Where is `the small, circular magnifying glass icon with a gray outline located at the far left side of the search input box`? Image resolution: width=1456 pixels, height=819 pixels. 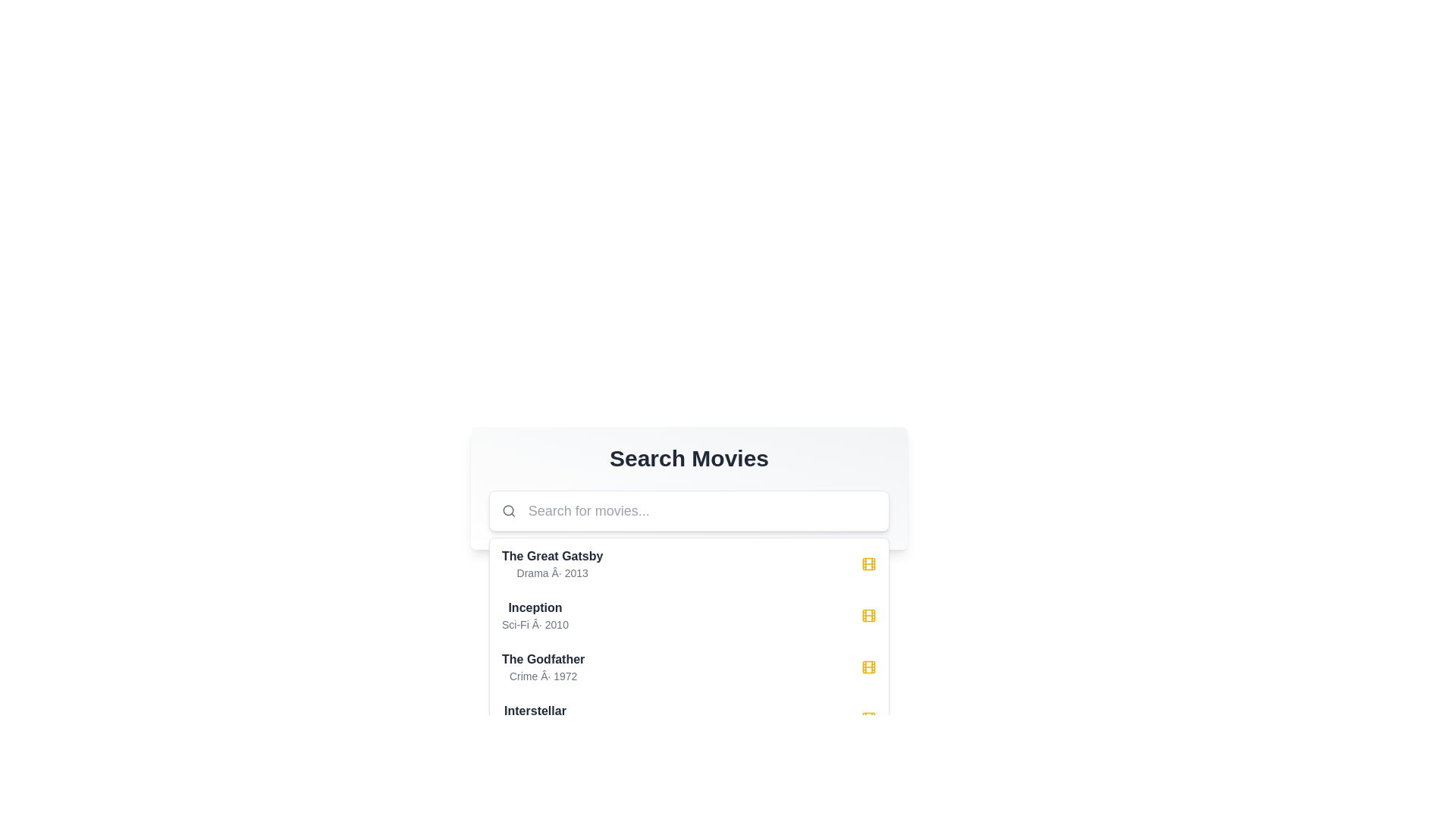
the small, circular magnifying glass icon with a gray outline located at the far left side of the search input box is located at coordinates (509, 511).